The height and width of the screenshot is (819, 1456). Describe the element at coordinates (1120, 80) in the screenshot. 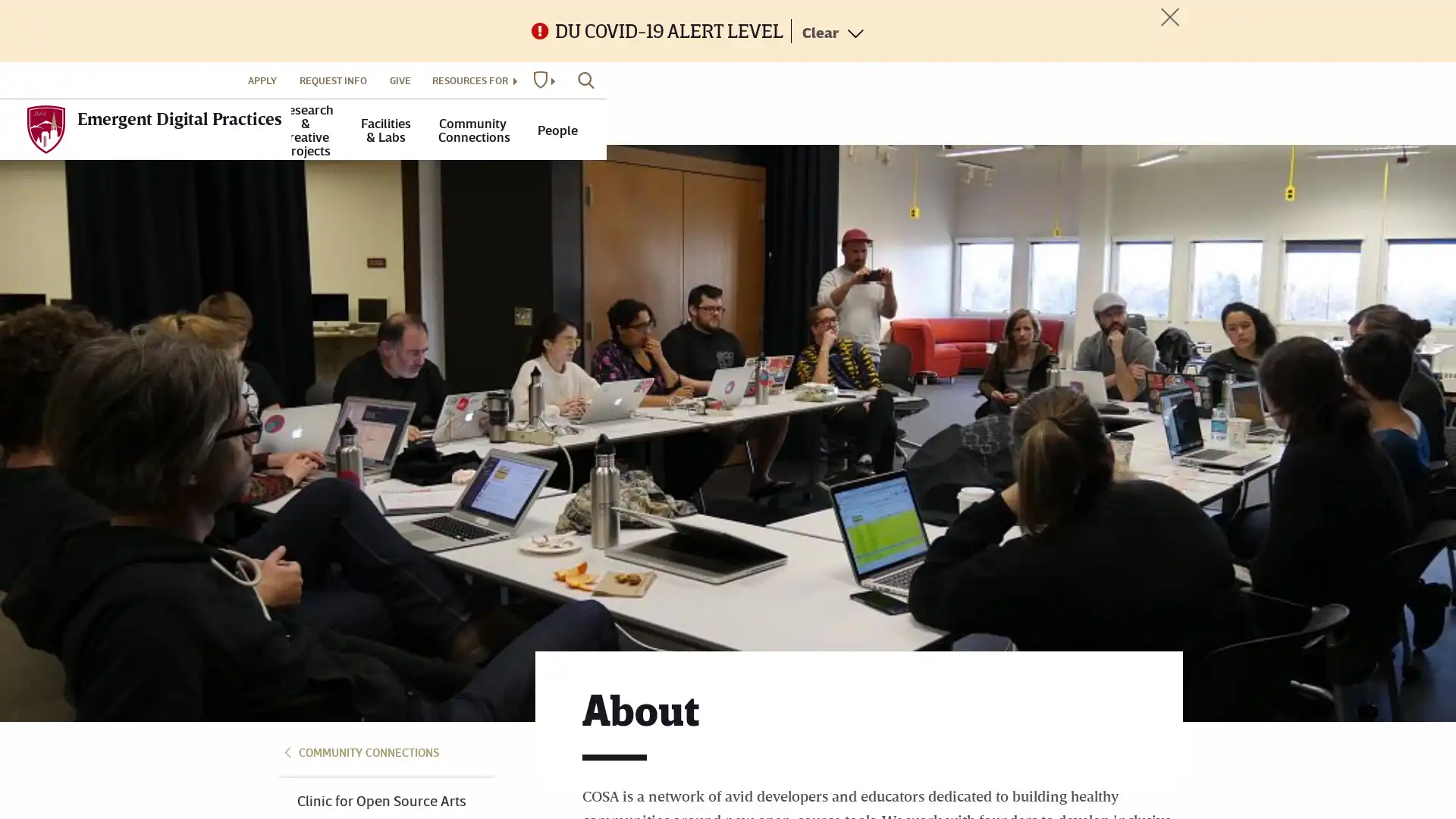

I see `DU WEBSITES` at that location.